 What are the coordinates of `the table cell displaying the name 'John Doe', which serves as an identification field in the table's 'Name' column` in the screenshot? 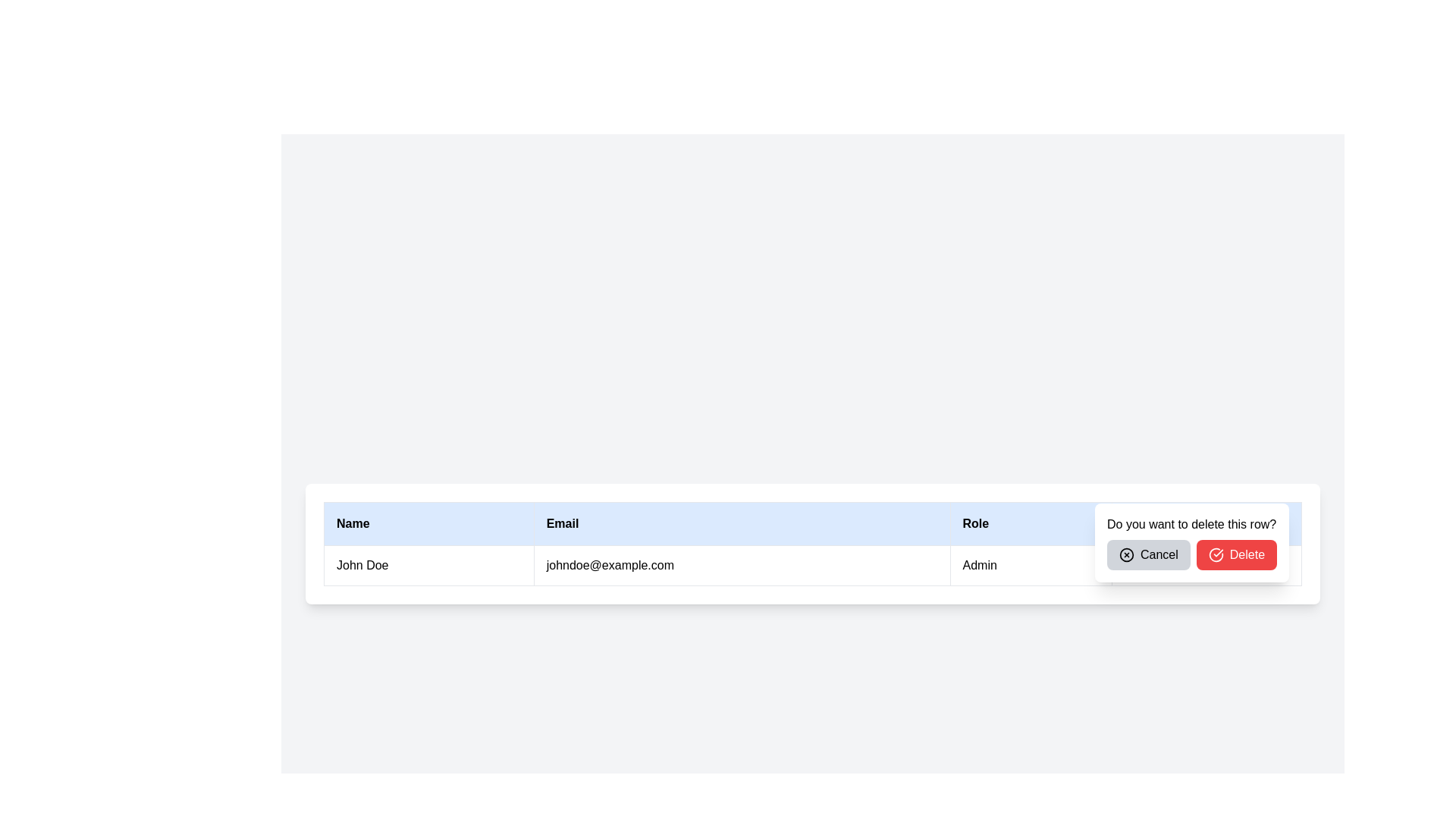 It's located at (428, 565).